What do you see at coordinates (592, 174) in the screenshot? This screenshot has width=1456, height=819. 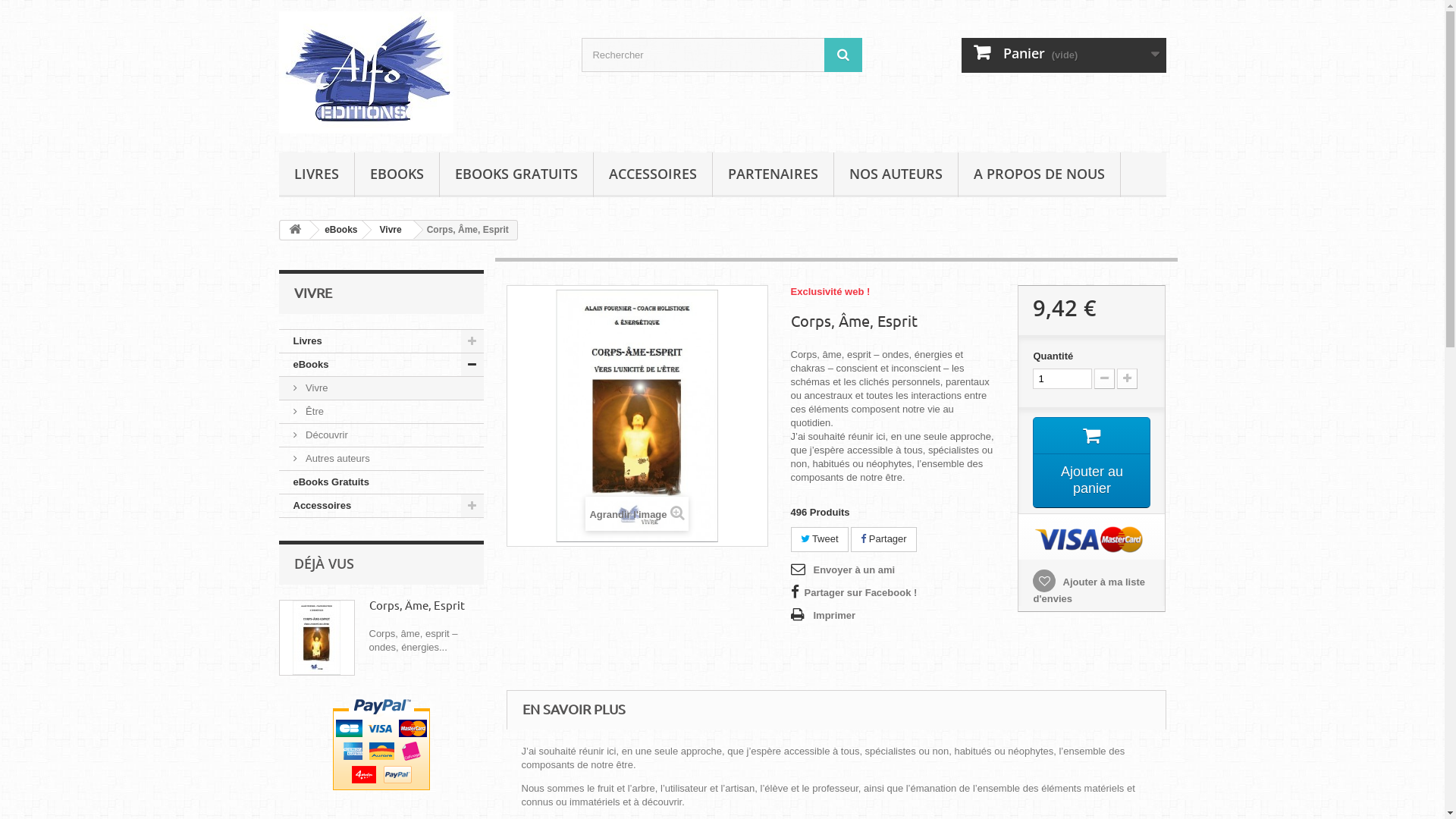 I see `'ACCESSOIRES'` at bounding box center [592, 174].